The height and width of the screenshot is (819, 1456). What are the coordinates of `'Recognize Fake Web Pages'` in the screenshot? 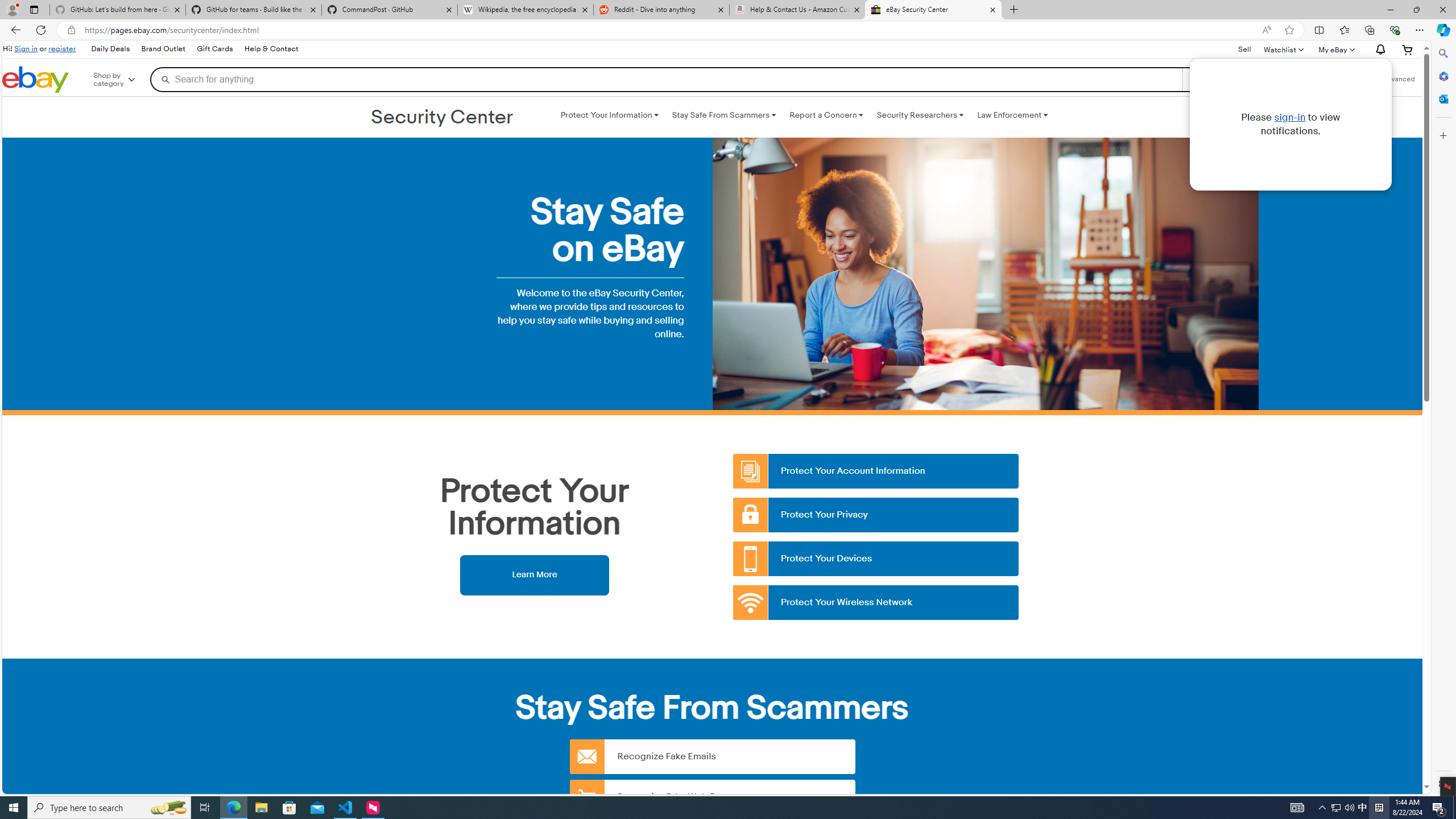 It's located at (712, 797).